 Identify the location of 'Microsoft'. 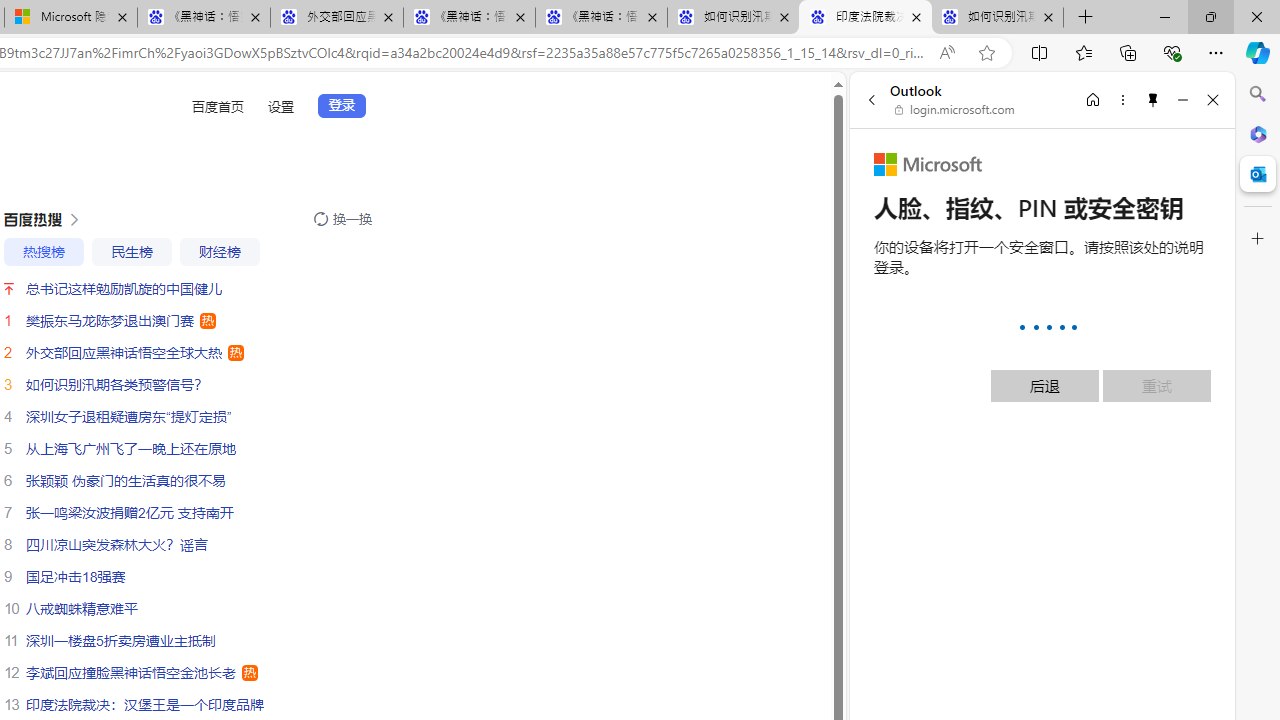
(927, 164).